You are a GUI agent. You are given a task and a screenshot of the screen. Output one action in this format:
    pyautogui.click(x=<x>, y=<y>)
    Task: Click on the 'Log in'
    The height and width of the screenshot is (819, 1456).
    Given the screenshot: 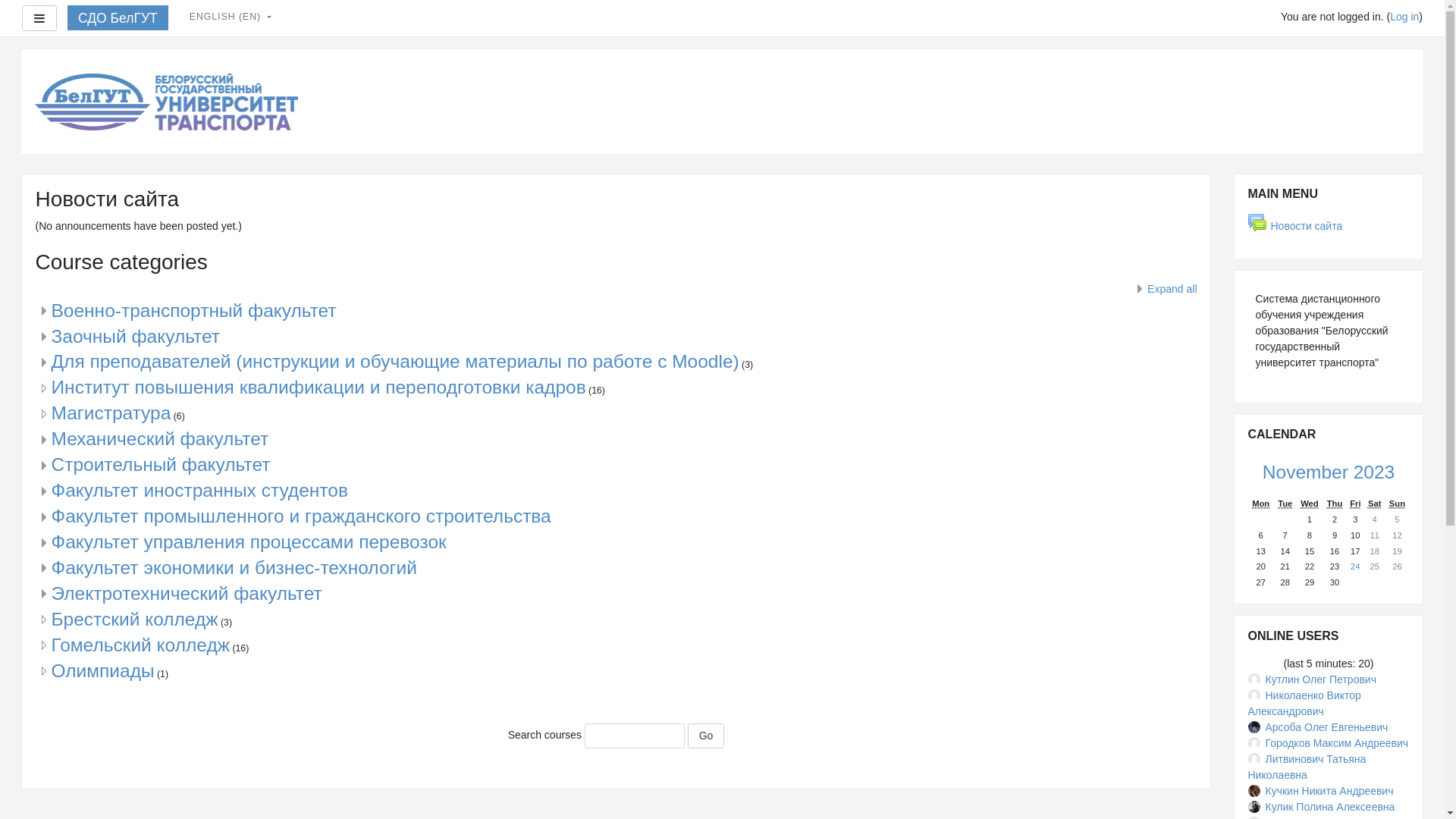 What is the action you would take?
    pyautogui.click(x=1390, y=17)
    